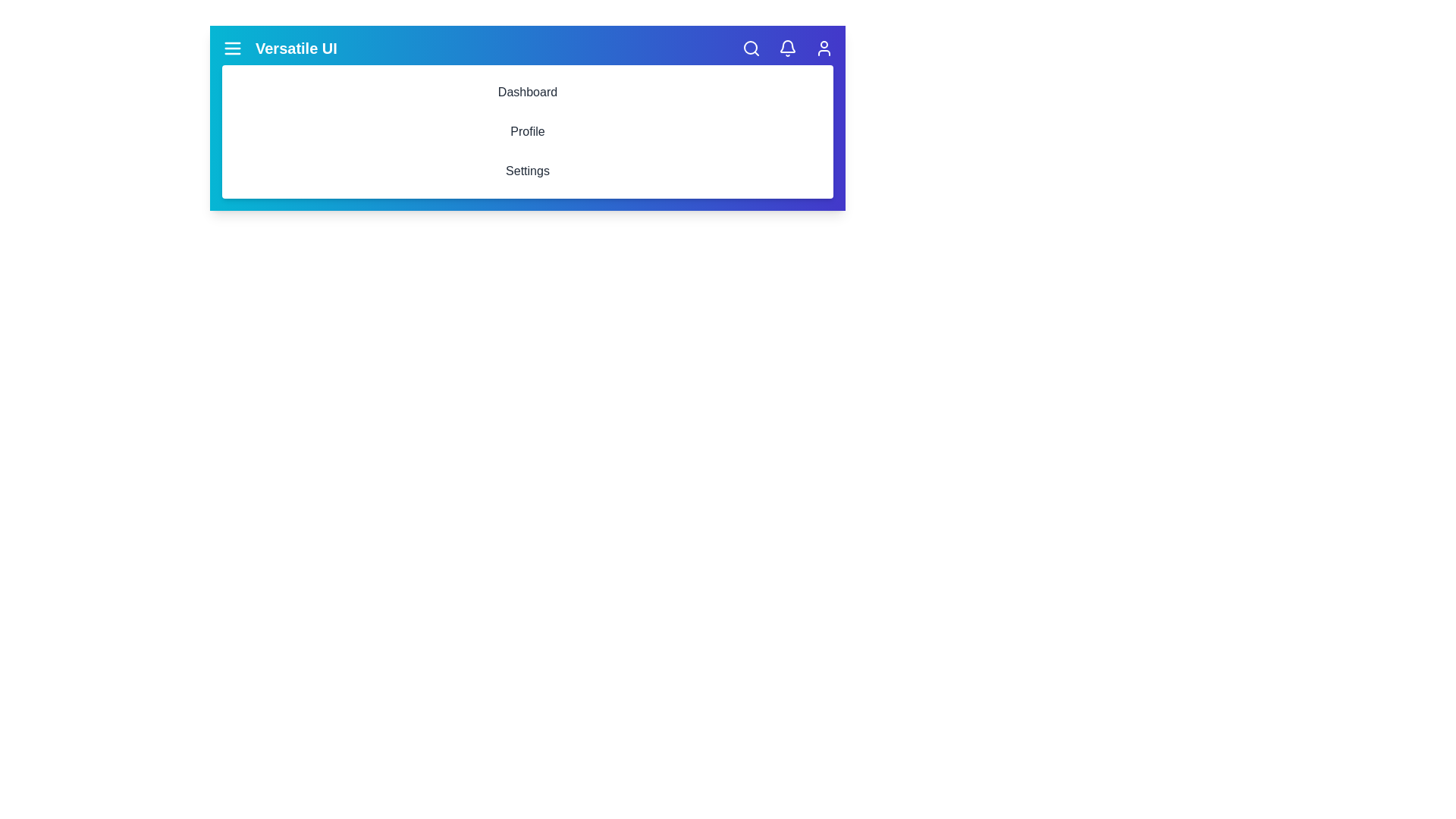 This screenshot has width=1456, height=819. What do you see at coordinates (751, 48) in the screenshot?
I see `the search icon to initiate a search` at bounding box center [751, 48].